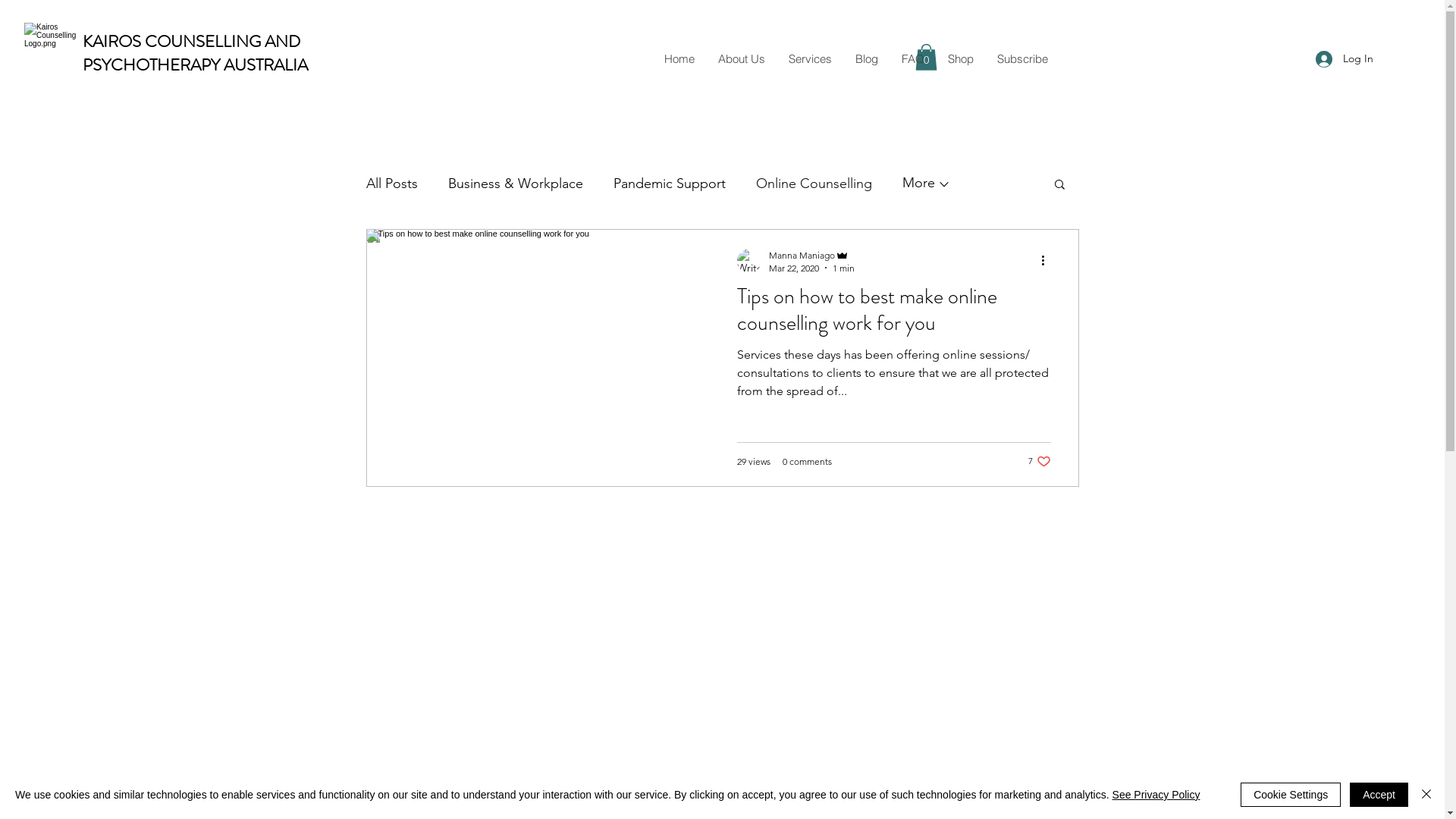 This screenshot has width=1456, height=819. I want to click on '0', so click(925, 56).